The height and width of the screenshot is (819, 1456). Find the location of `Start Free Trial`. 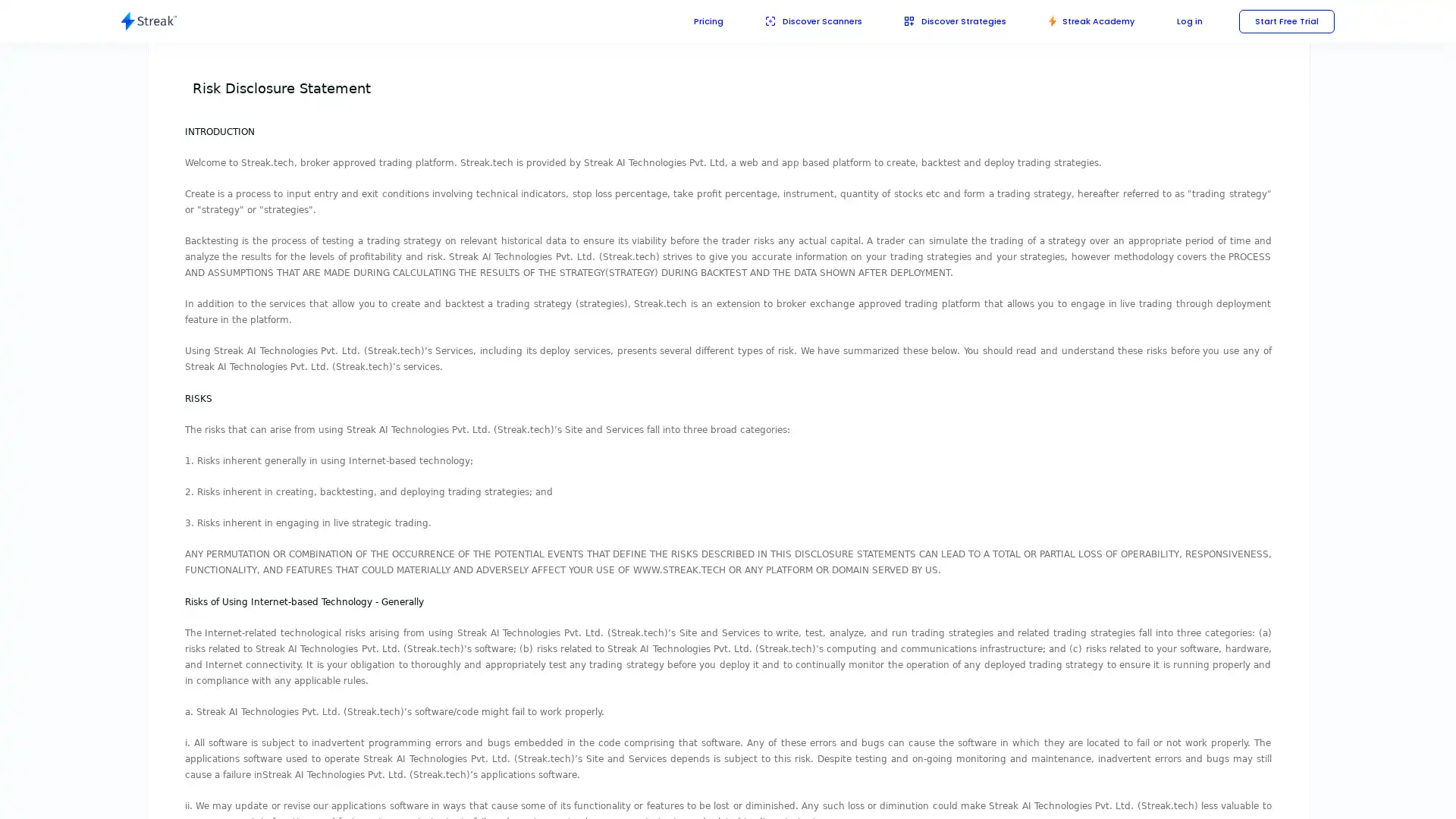

Start Free Trial is located at coordinates (1284, 20).